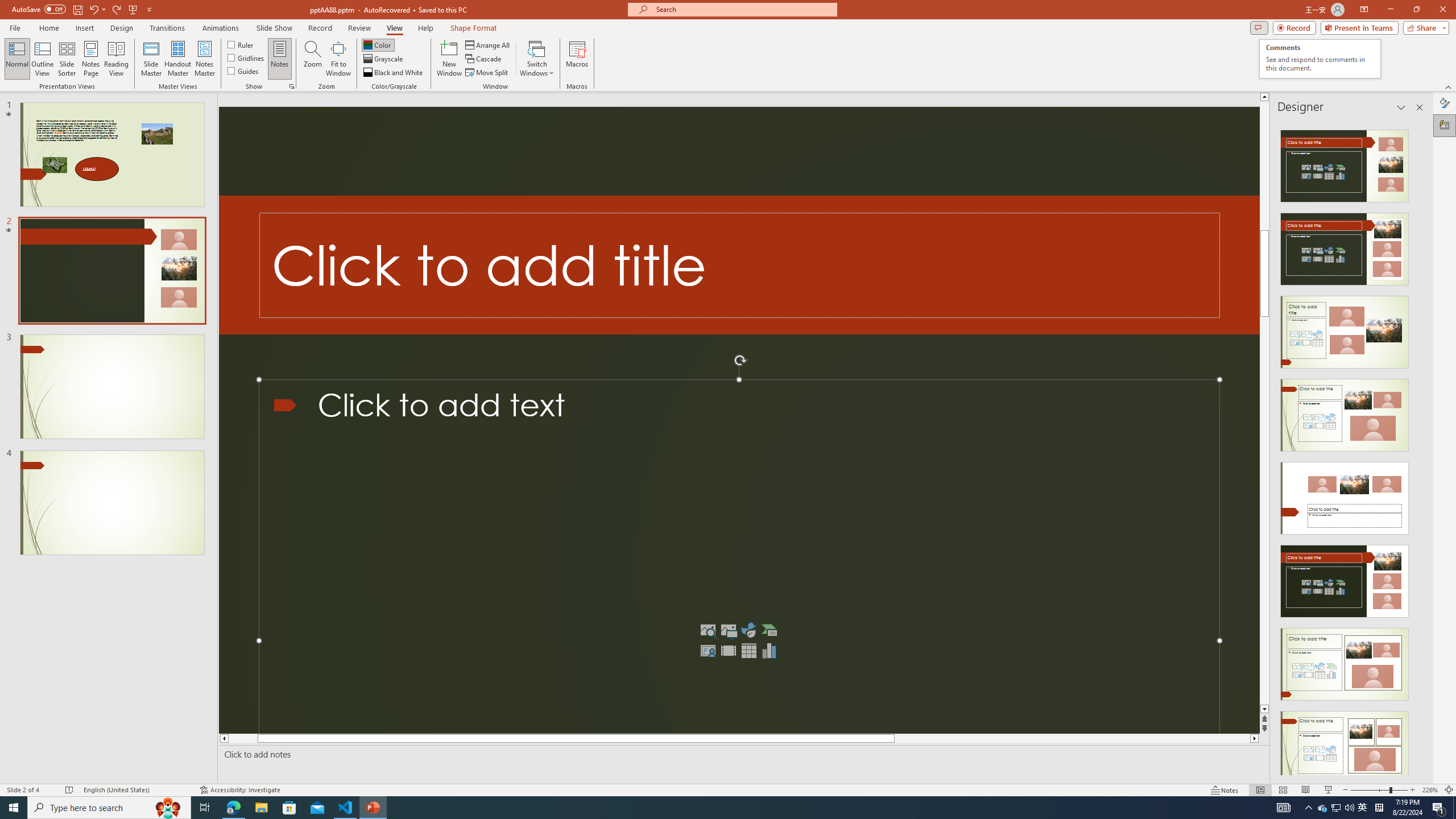  I want to click on 'Zoom 226%', so click(1430, 790).